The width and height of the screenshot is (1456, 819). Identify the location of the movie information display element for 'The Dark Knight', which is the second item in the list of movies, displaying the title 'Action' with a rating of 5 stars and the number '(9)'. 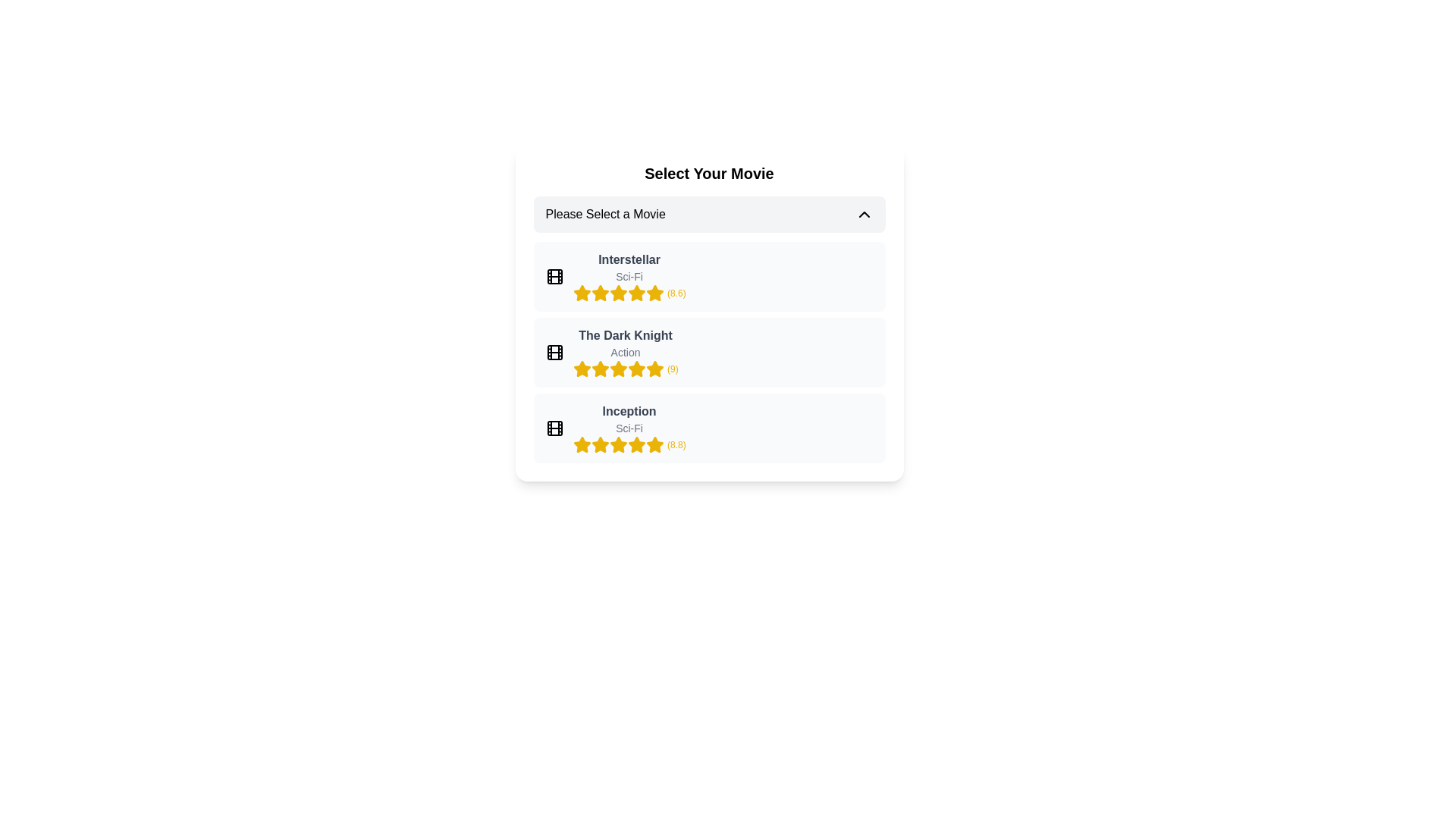
(626, 353).